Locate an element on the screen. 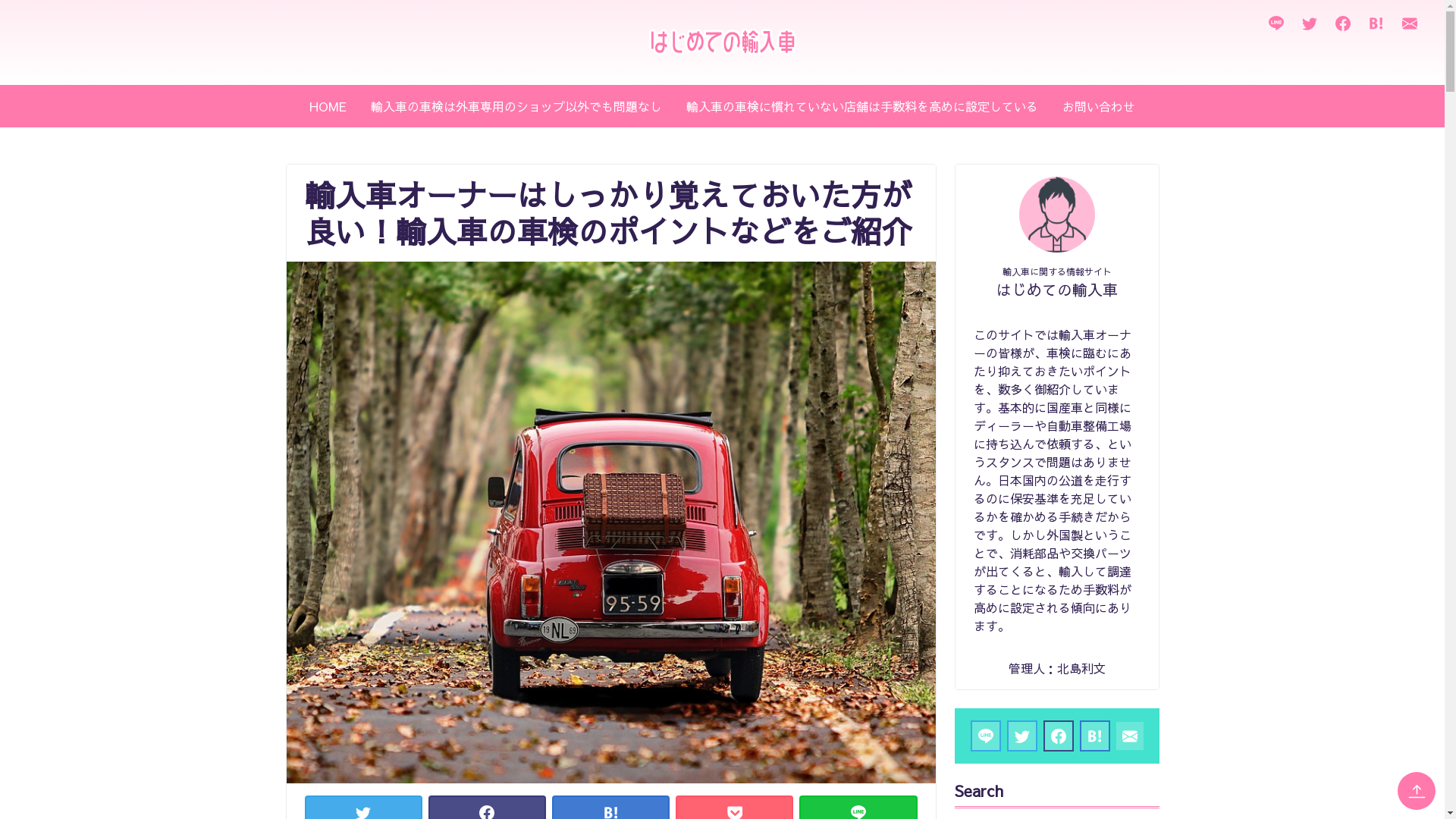 This screenshot has height=819, width=1456. 'HOME' is located at coordinates (327, 105).